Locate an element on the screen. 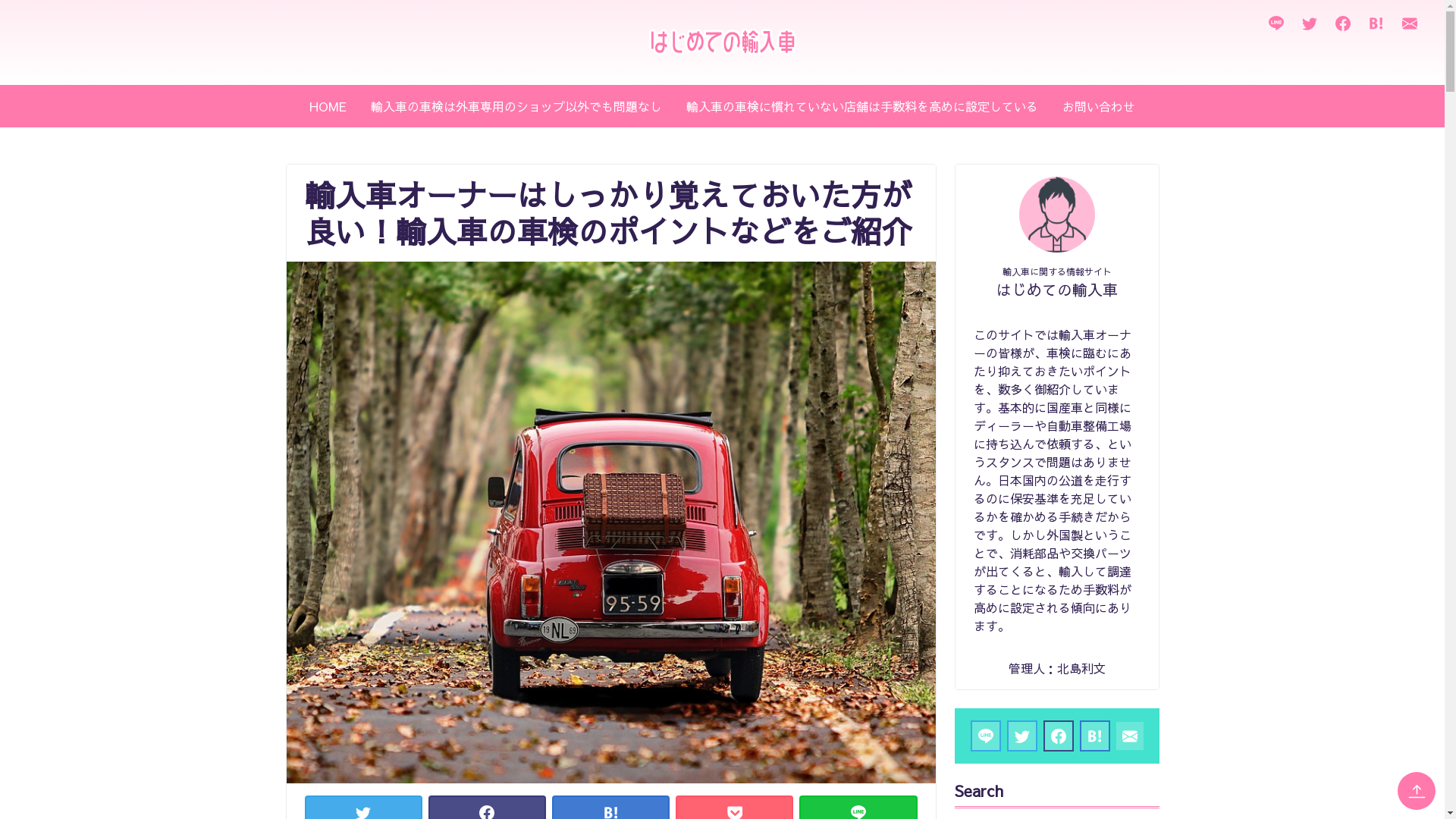 This screenshot has height=819, width=1456. 'HOME' is located at coordinates (327, 105).